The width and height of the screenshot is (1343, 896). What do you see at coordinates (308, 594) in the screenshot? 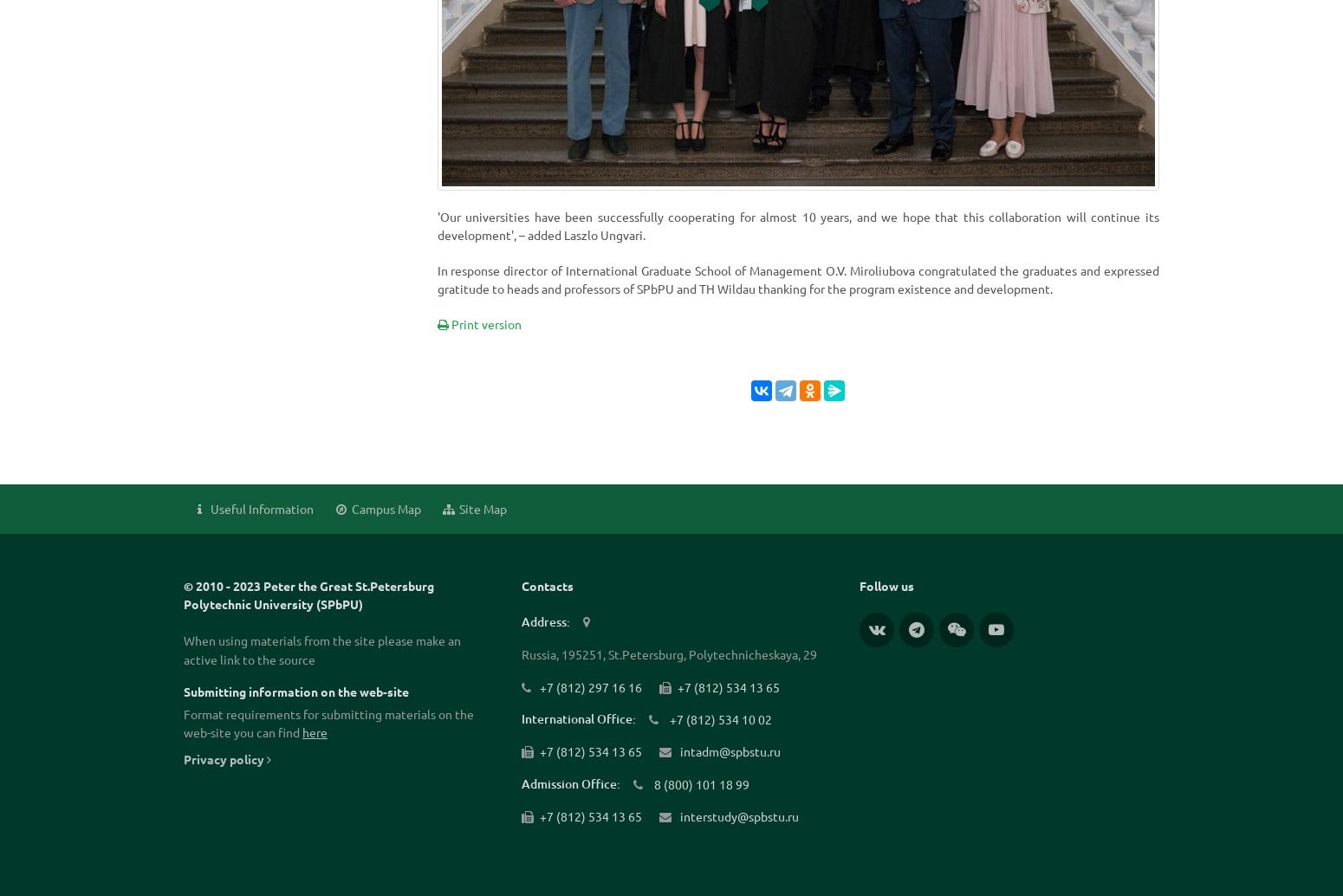
I see `'© 2010 - 2023 Peter the Great St.Petersburg Polytechnic University (SPbPU)'` at bounding box center [308, 594].